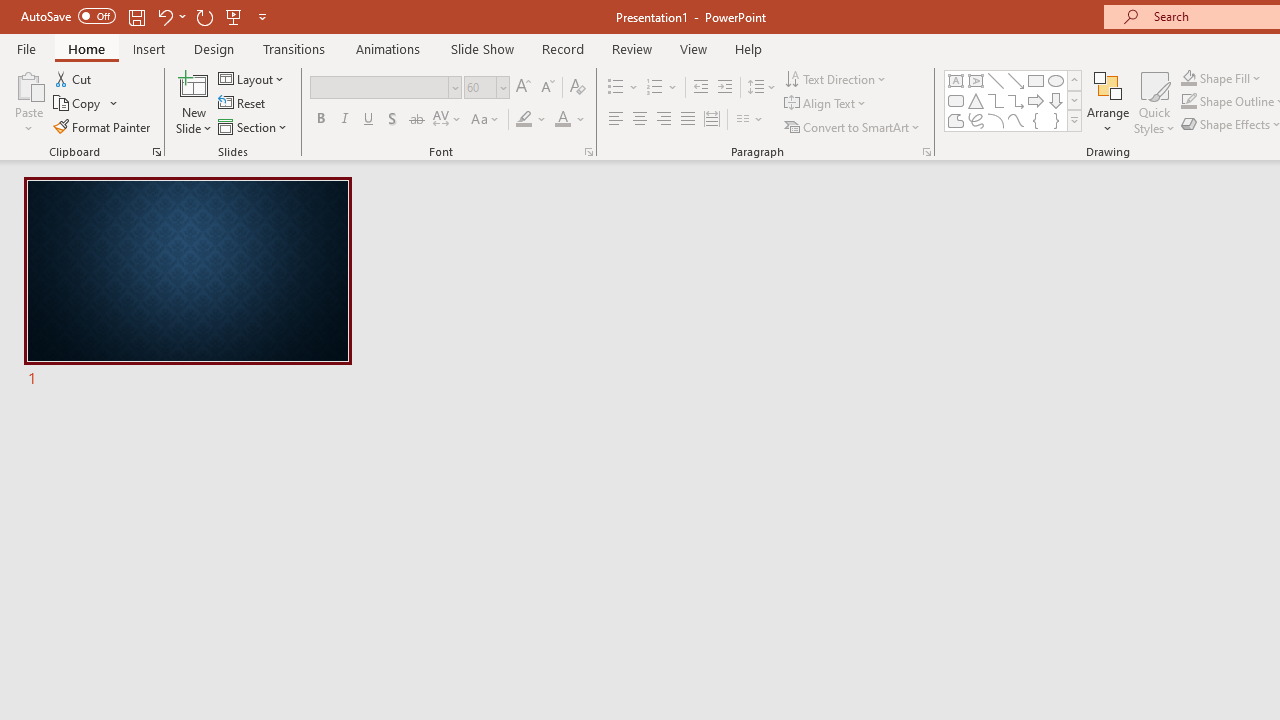 The width and height of the screenshot is (1280, 720). I want to click on 'Font...', so click(587, 150).